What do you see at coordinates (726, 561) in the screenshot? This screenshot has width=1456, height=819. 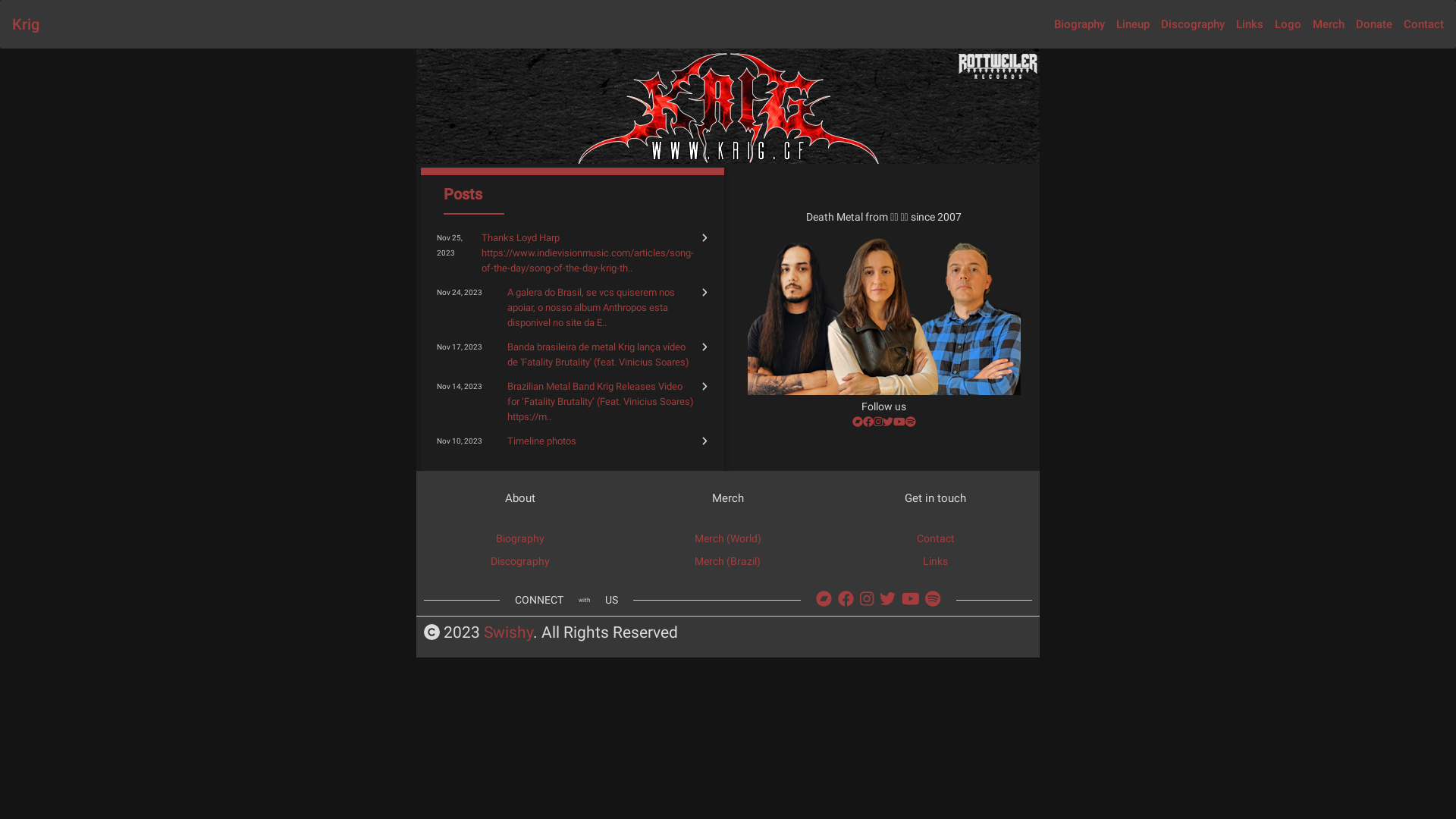 I see `'Merch (Brazil)'` at bounding box center [726, 561].